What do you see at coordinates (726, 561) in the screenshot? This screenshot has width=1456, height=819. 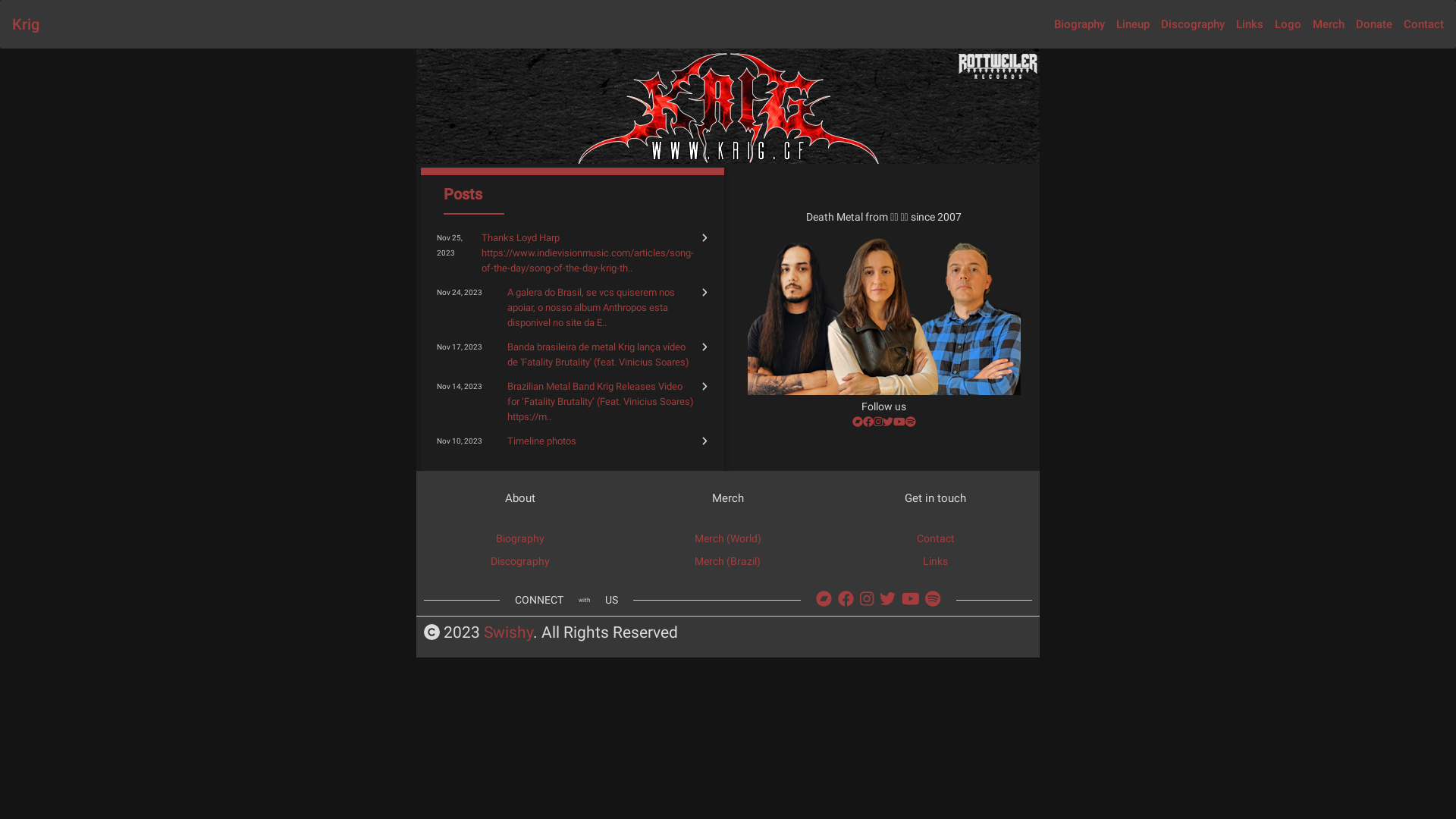 I see `'Merch (Brazil)'` at bounding box center [726, 561].